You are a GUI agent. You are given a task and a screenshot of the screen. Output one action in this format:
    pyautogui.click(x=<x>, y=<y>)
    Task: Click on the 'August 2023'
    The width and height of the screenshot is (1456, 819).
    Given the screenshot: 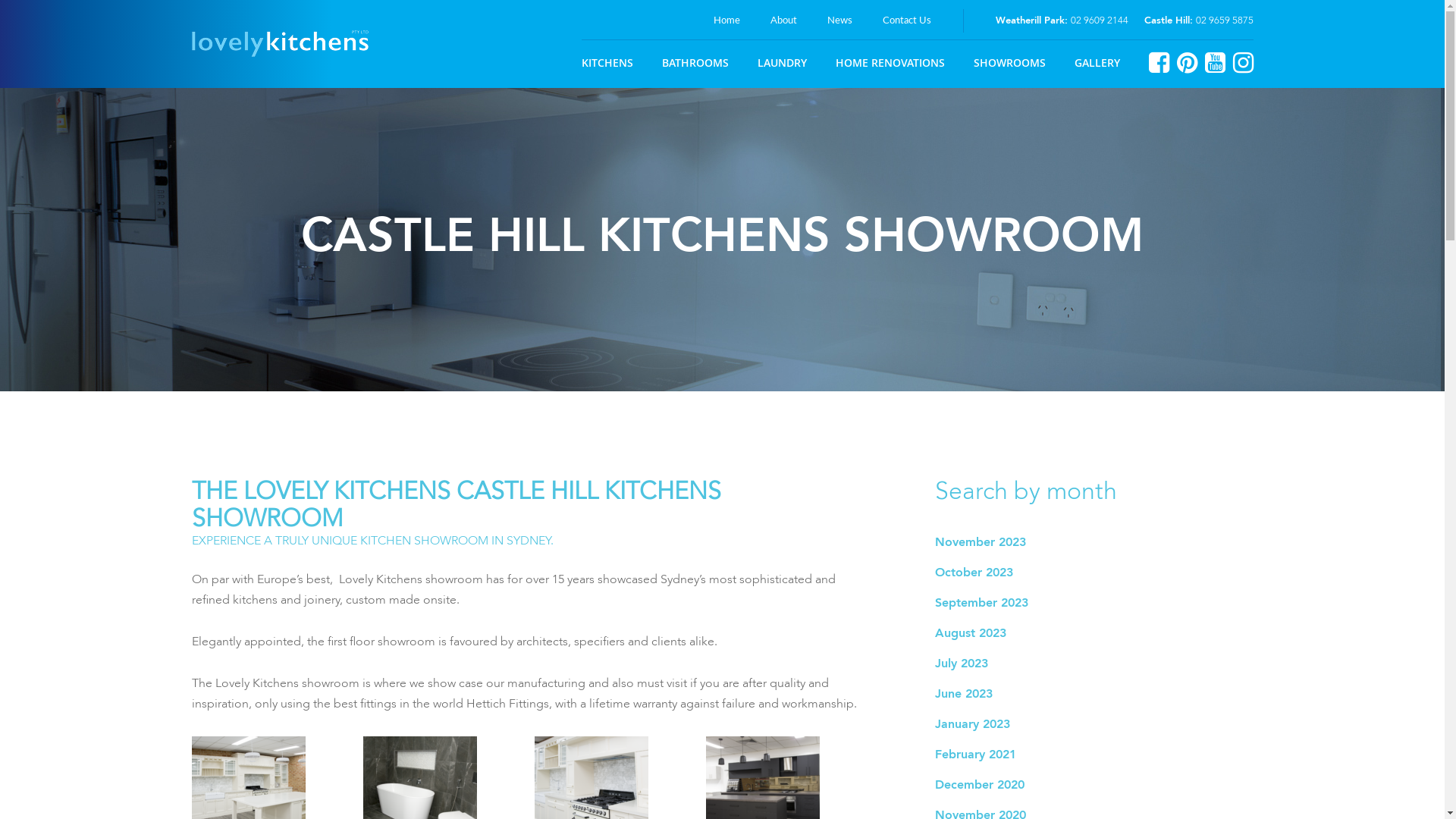 What is the action you would take?
    pyautogui.click(x=968, y=634)
    